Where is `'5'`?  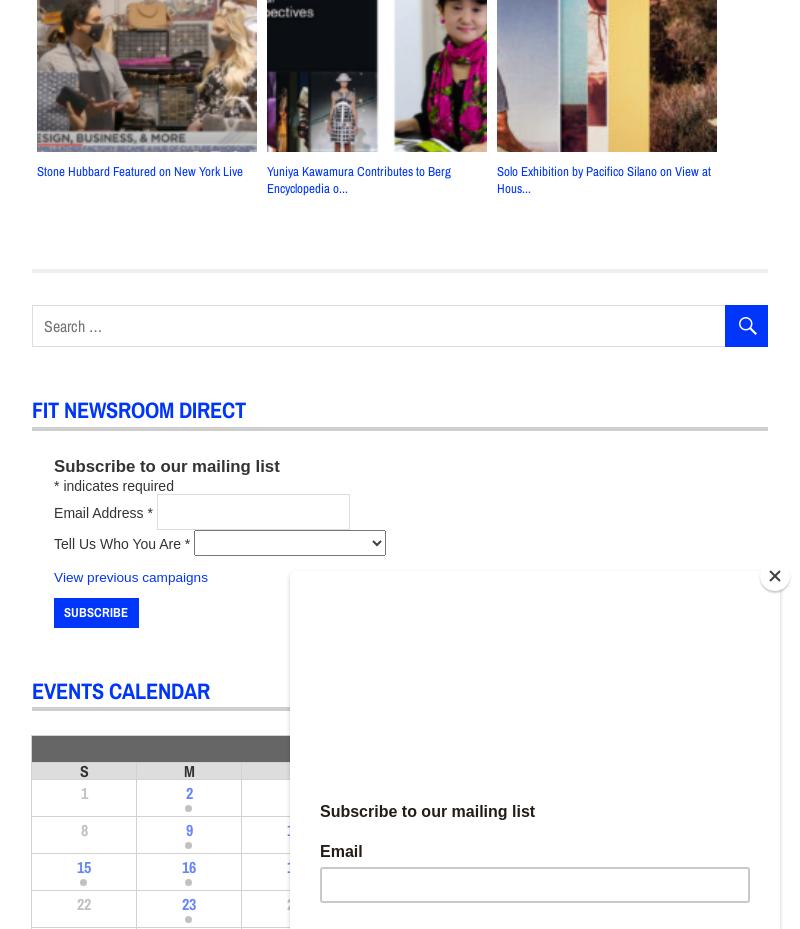 '5' is located at coordinates (502, 791).